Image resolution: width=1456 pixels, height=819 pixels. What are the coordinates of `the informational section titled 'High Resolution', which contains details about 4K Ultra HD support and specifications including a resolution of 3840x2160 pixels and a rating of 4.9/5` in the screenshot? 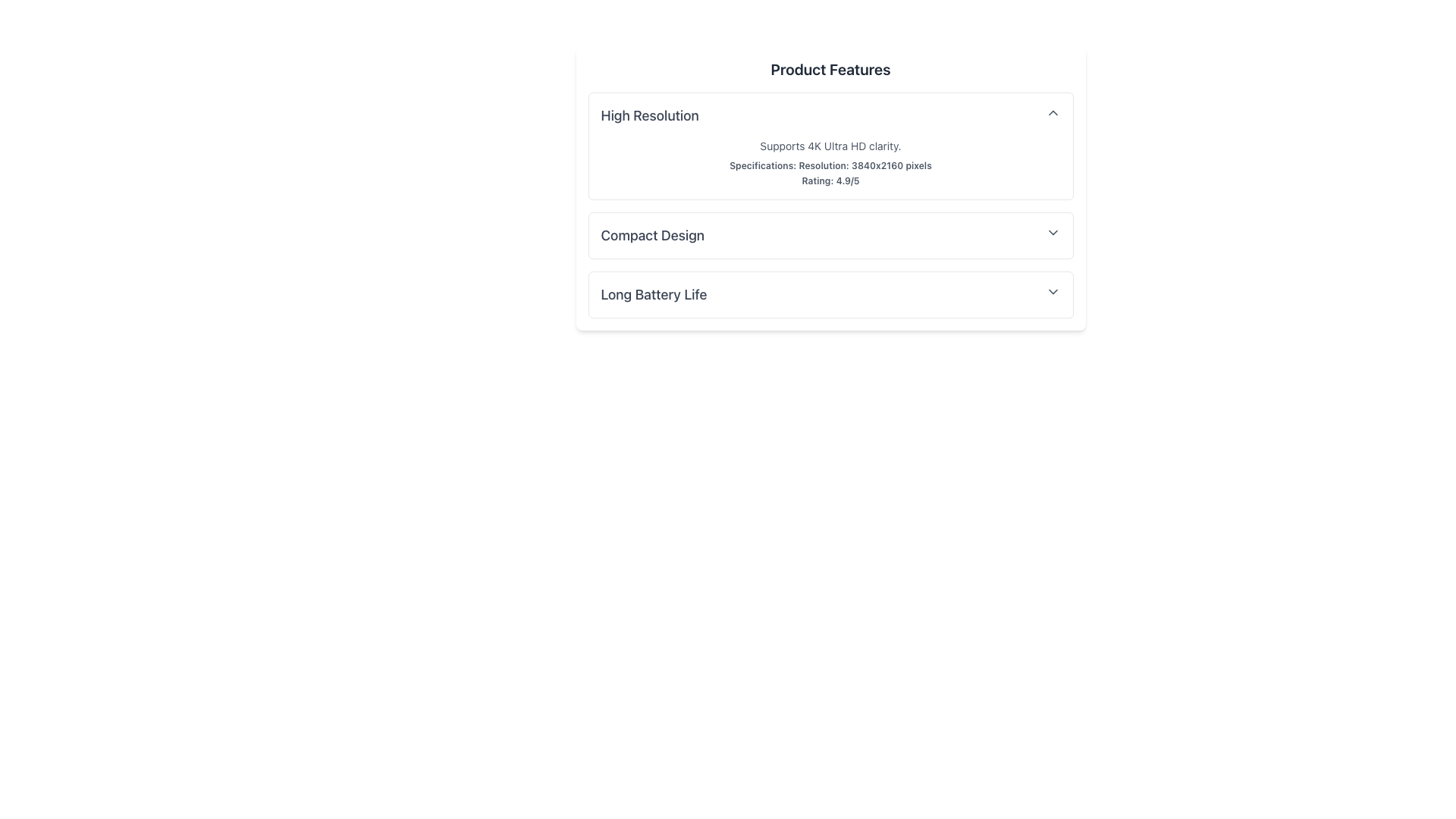 It's located at (830, 205).